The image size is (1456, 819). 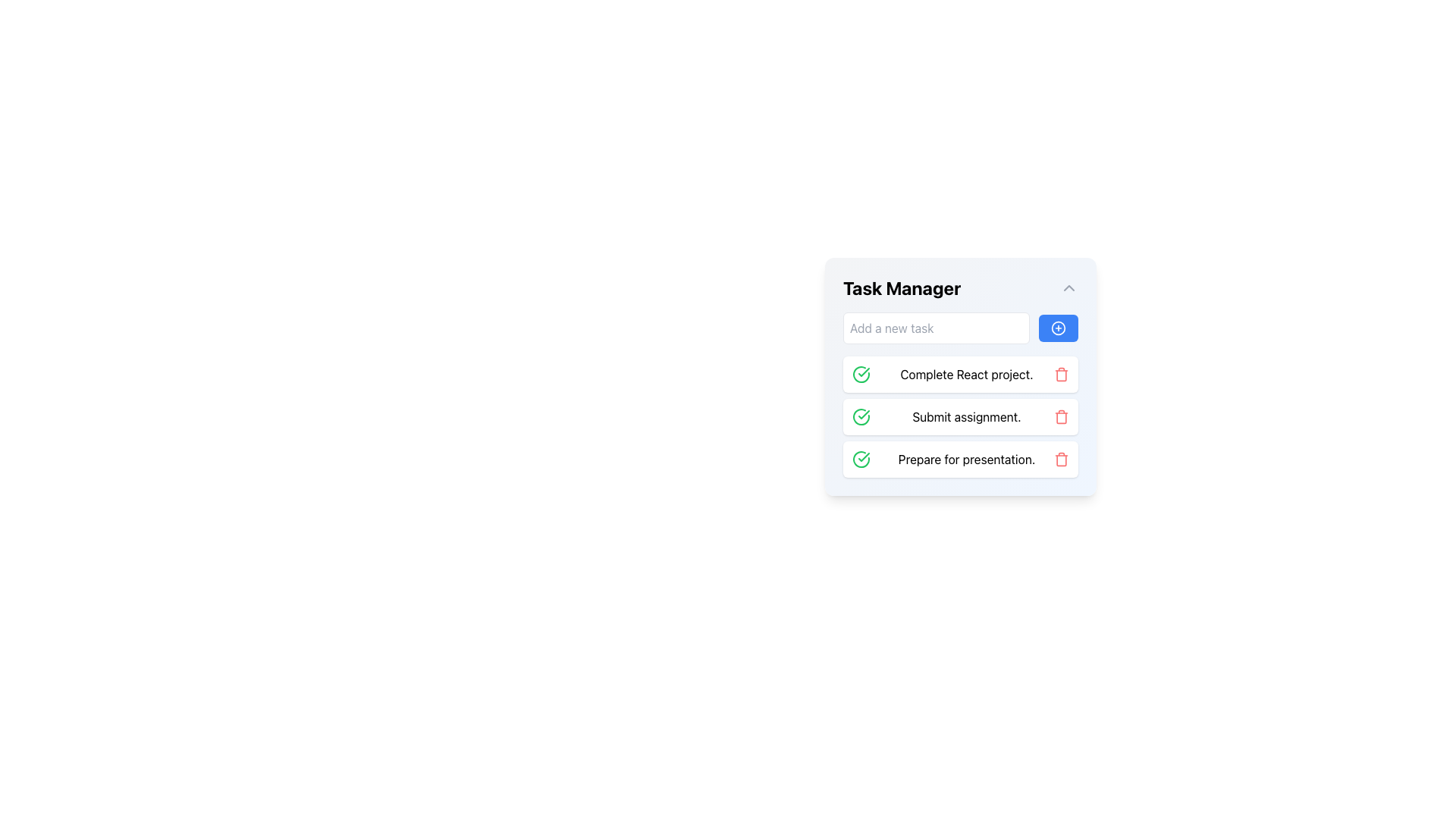 What do you see at coordinates (1058, 327) in the screenshot?
I see `the button/icon that adds a new task, which is located on the right side of the 'Add a new task' input field in the Task Manager interface` at bounding box center [1058, 327].